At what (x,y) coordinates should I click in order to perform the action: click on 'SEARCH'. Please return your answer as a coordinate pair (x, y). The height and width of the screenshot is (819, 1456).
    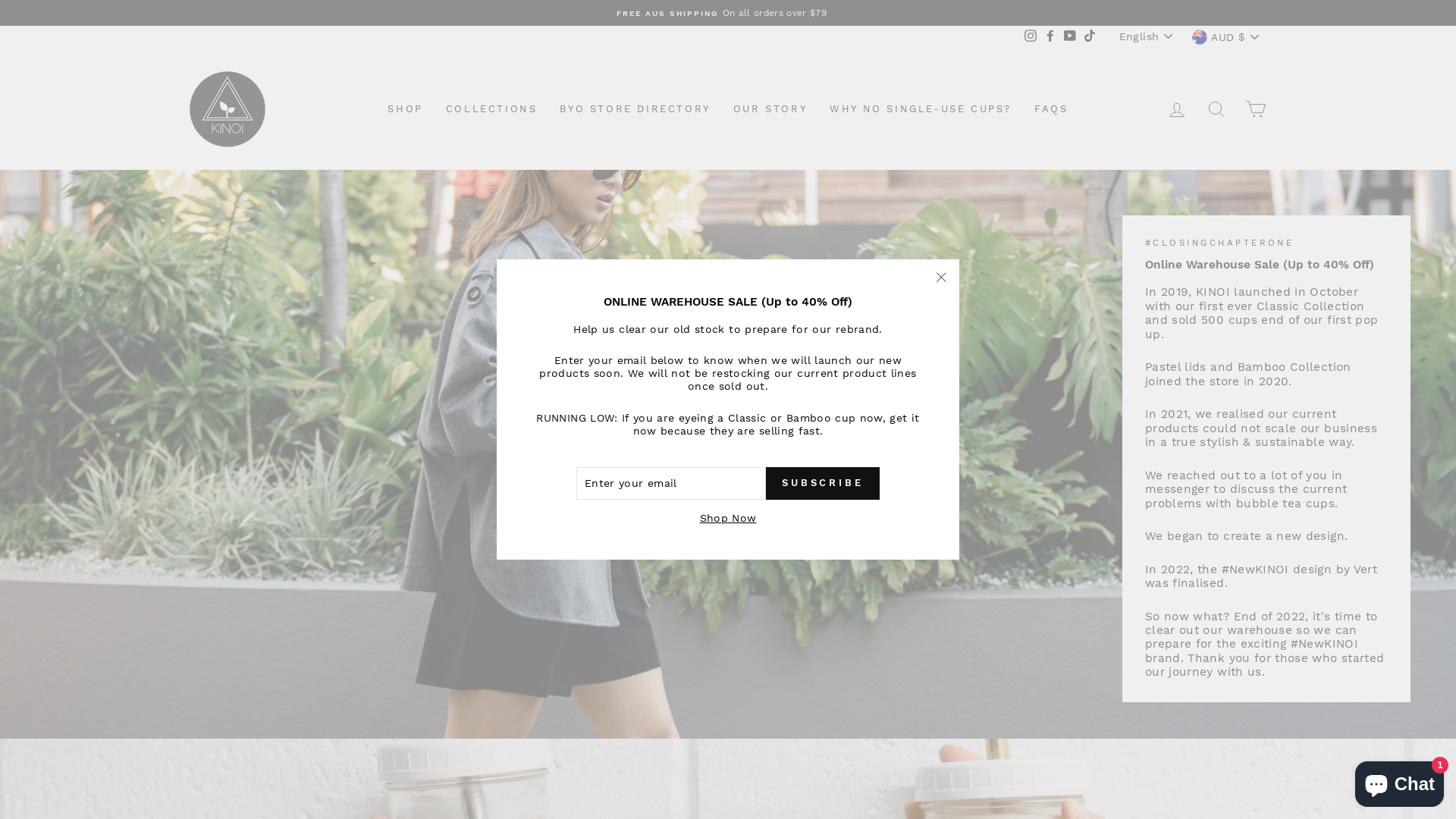
    Looking at the image, I should click on (1216, 108).